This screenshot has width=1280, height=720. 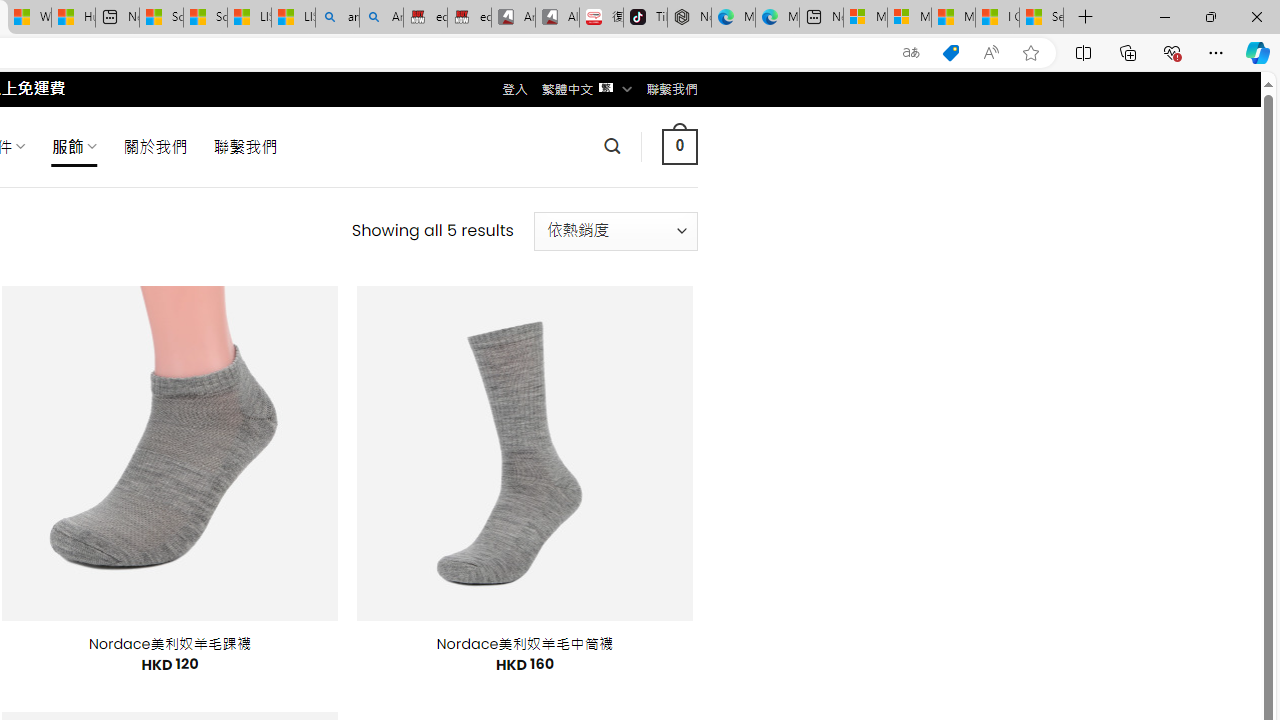 I want to click on 'This site has coupons! Shopping in Microsoft Edge', so click(x=950, y=52).